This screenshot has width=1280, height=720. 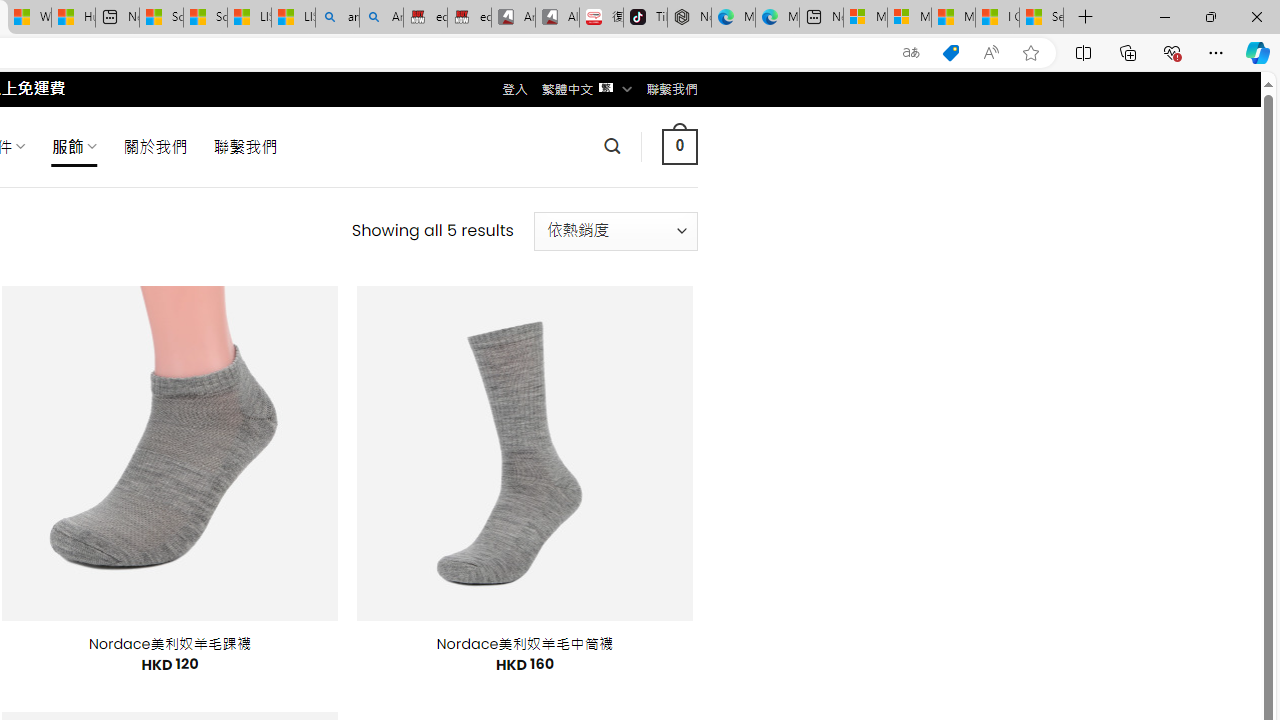 I want to click on 'This site has coupons! Shopping in Microsoft Edge', so click(x=950, y=52).